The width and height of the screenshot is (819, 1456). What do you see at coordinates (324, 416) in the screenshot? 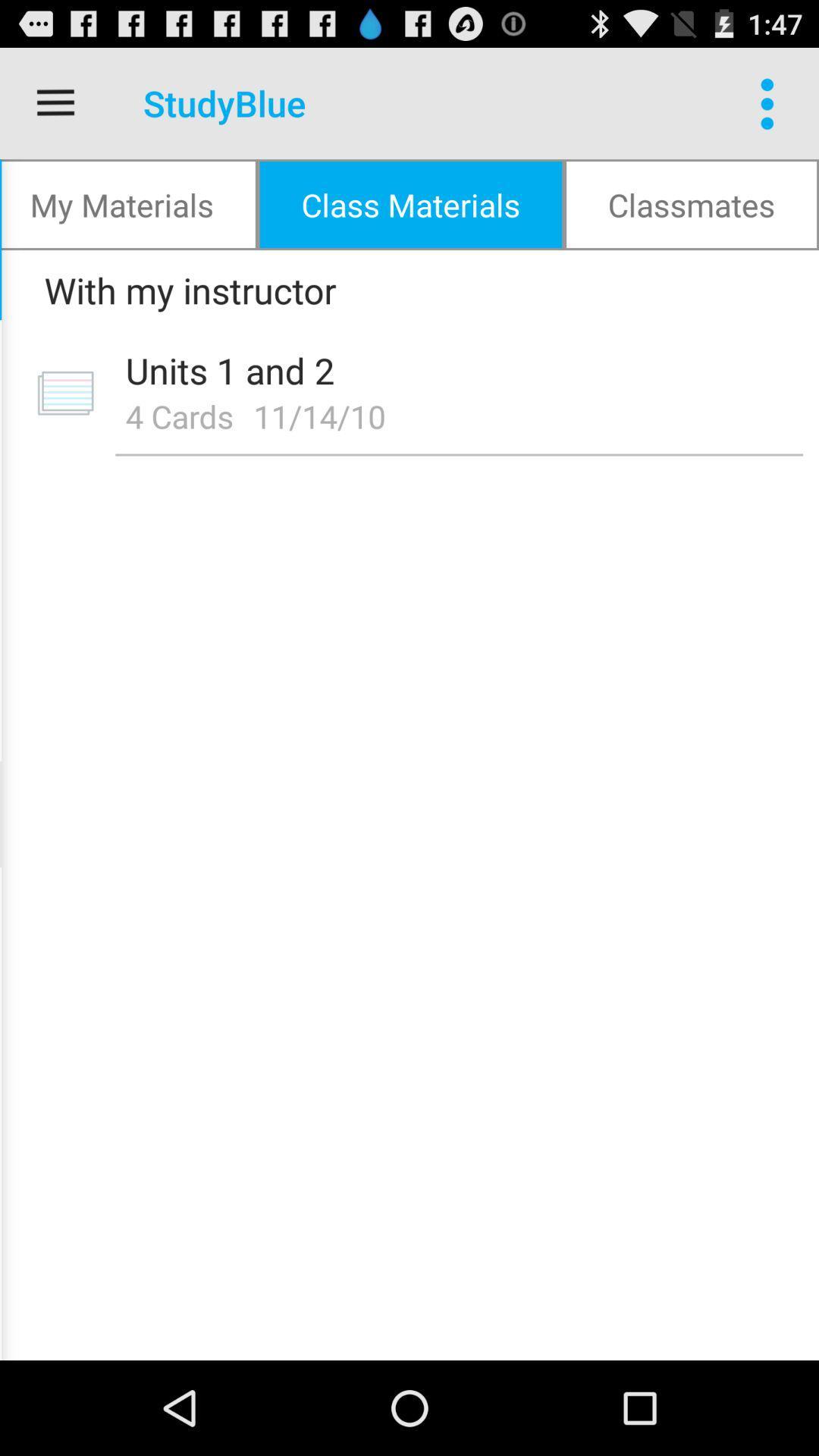
I see `the icon below the units 1 and` at bounding box center [324, 416].